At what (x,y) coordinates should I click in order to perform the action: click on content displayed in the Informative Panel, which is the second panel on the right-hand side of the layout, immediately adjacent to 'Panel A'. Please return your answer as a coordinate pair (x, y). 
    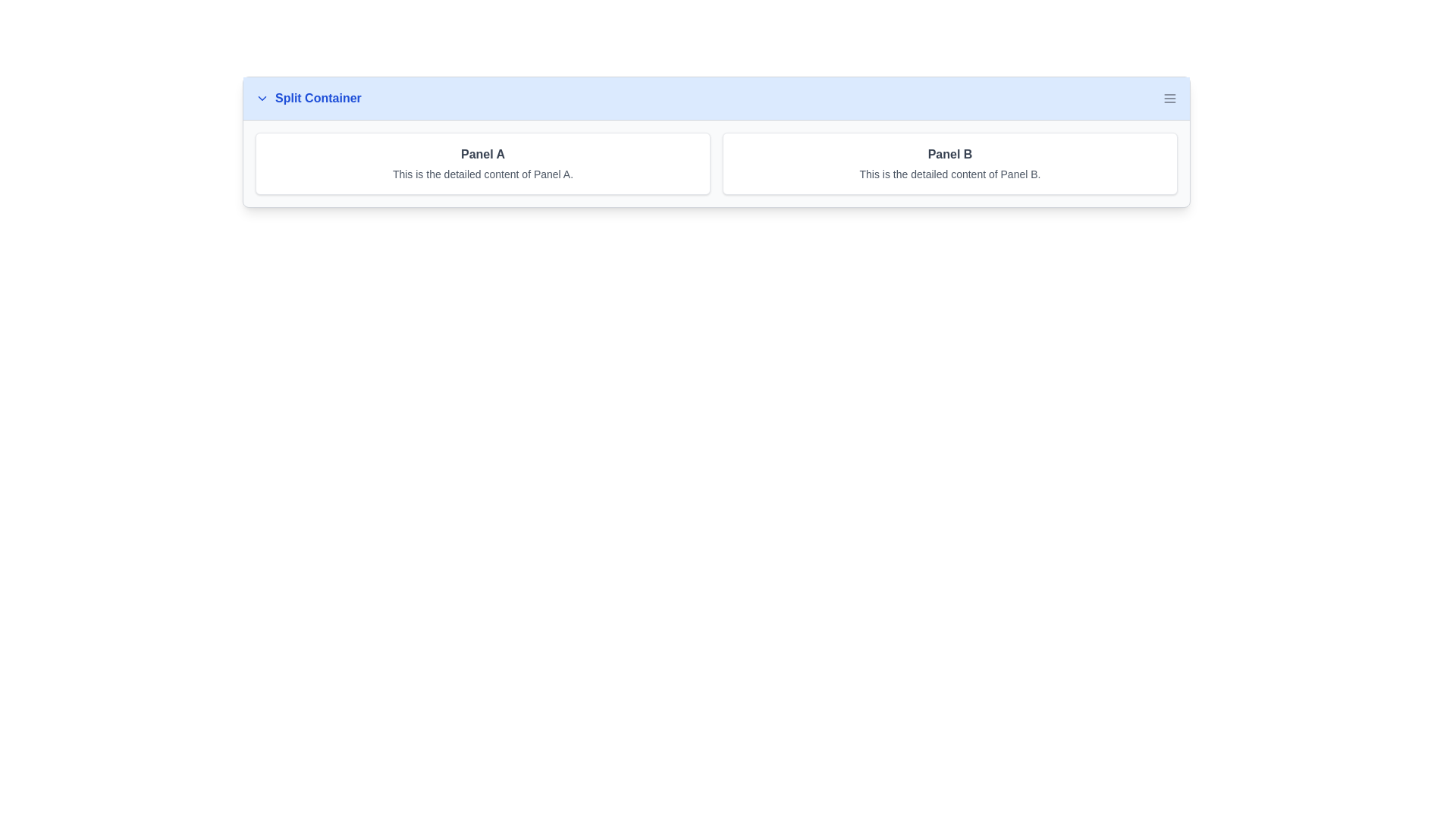
    Looking at the image, I should click on (949, 164).